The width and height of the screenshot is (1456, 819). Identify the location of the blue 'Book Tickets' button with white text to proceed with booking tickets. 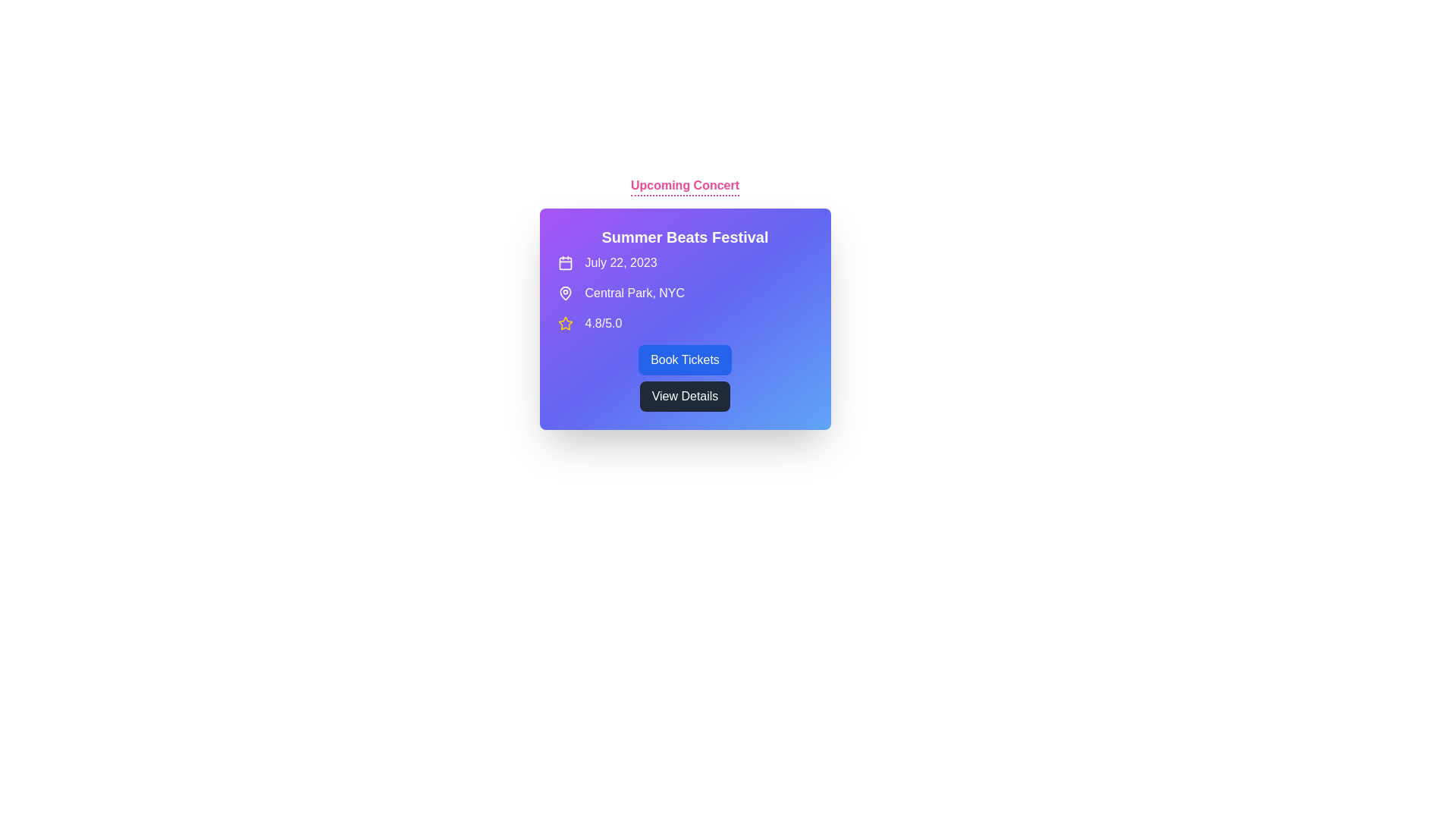
(684, 359).